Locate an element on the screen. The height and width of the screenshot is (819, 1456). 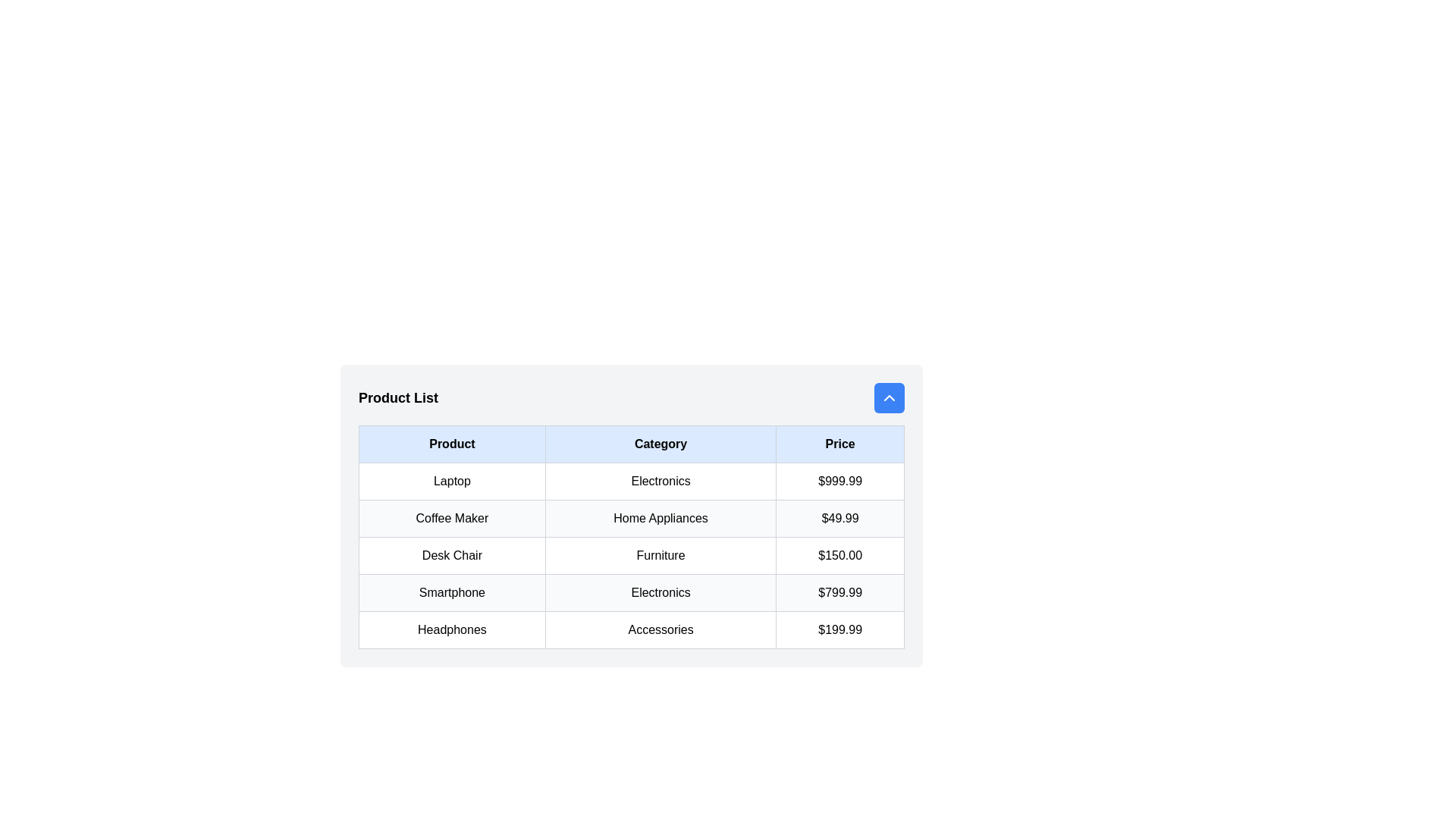
the text label displaying 'Smartphone', which is located in the first column of the row labeled 'Smartphone Electronics $799.99' in the fourth row of the table is located at coordinates (451, 592).